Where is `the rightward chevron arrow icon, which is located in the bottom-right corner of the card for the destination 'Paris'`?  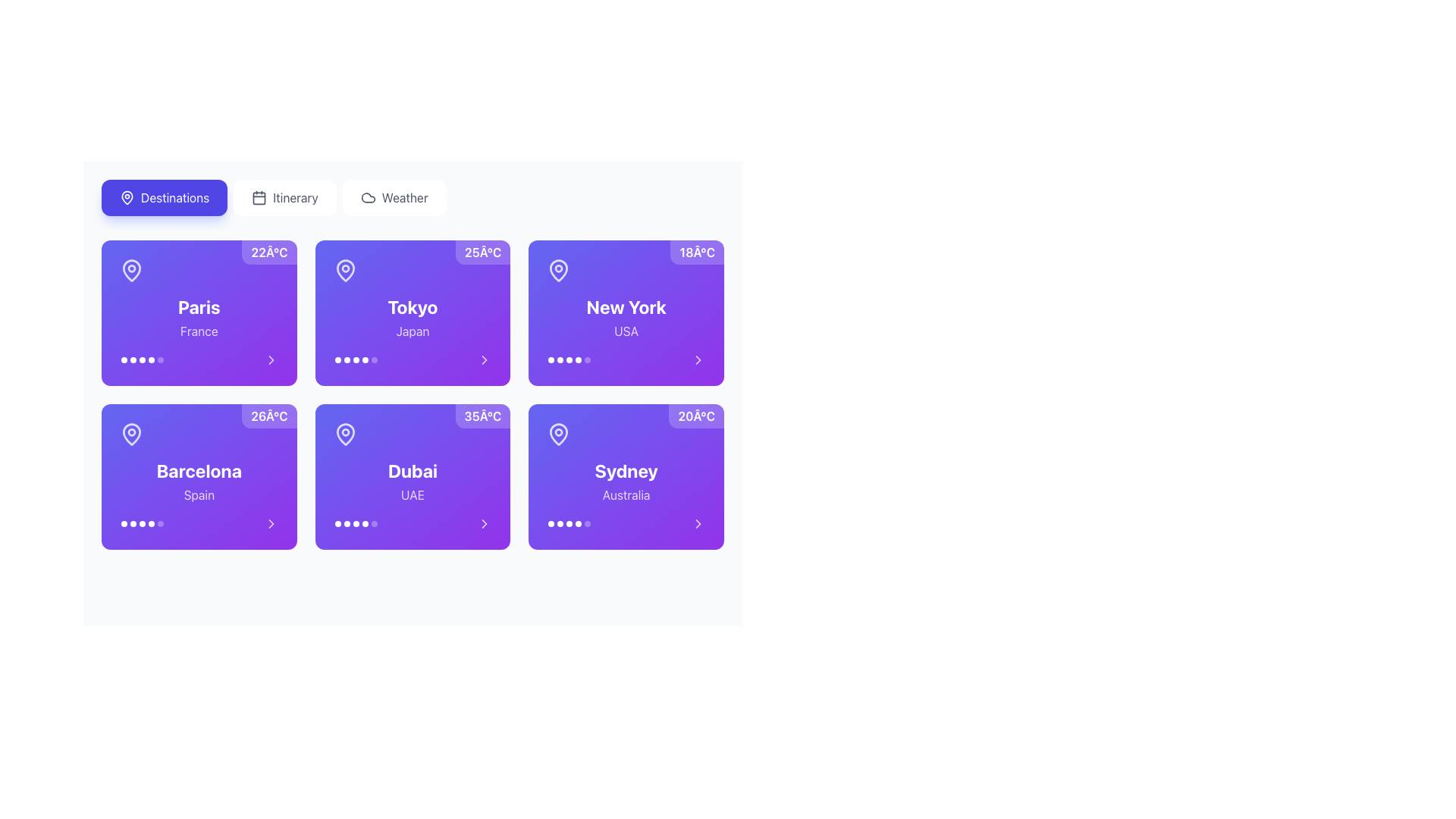 the rightward chevron arrow icon, which is located in the bottom-right corner of the card for the destination 'Paris' is located at coordinates (271, 359).